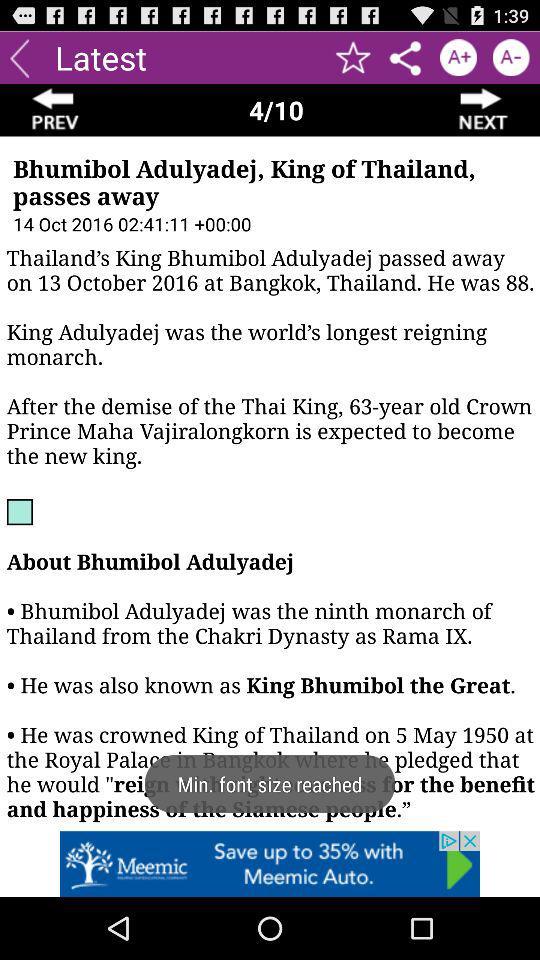  Describe the element at coordinates (511, 56) in the screenshot. I see `decrease` at that location.